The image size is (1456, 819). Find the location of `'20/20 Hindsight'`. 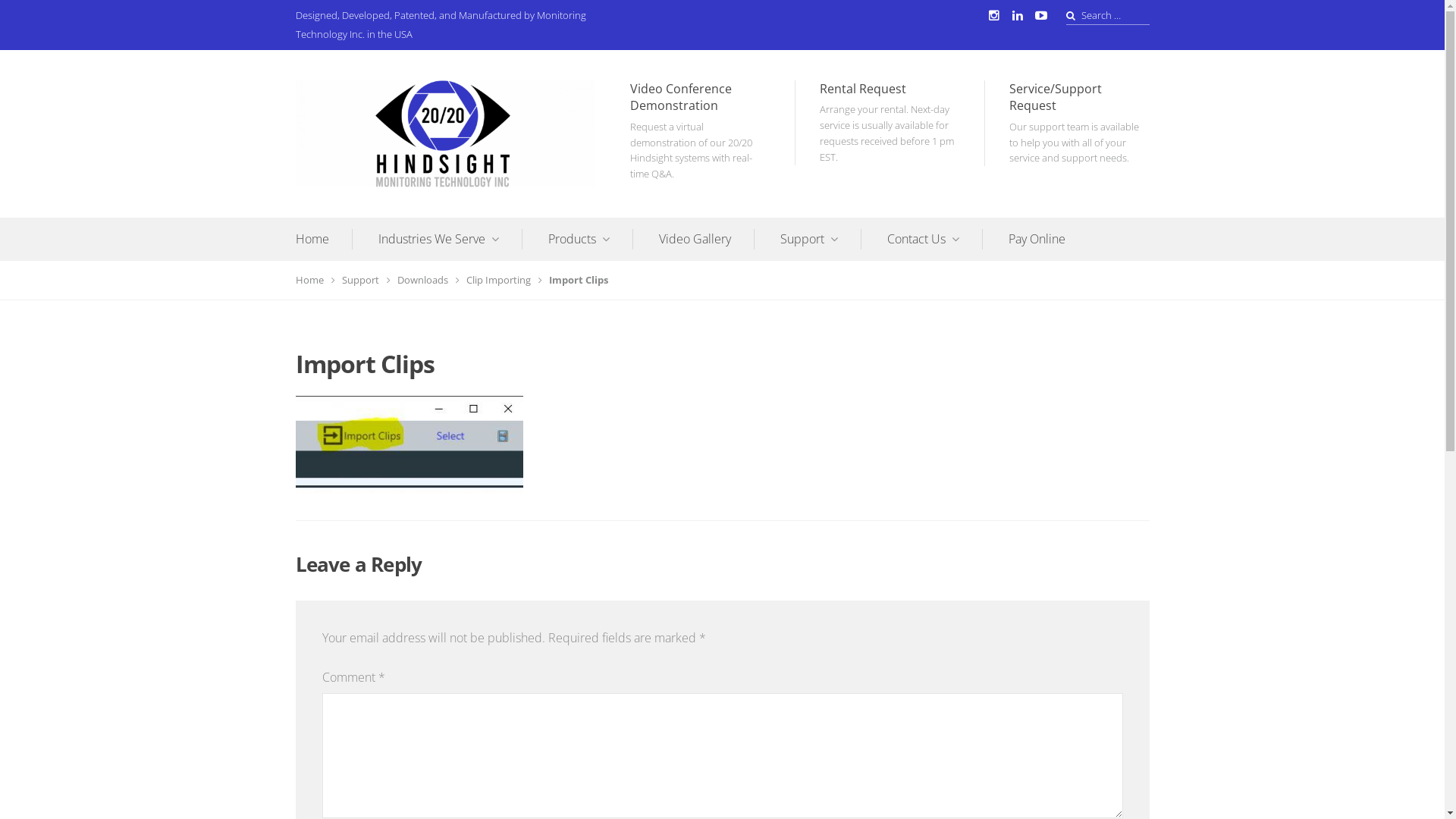

'20/20 Hindsight' is located at coordinates (368, 198).